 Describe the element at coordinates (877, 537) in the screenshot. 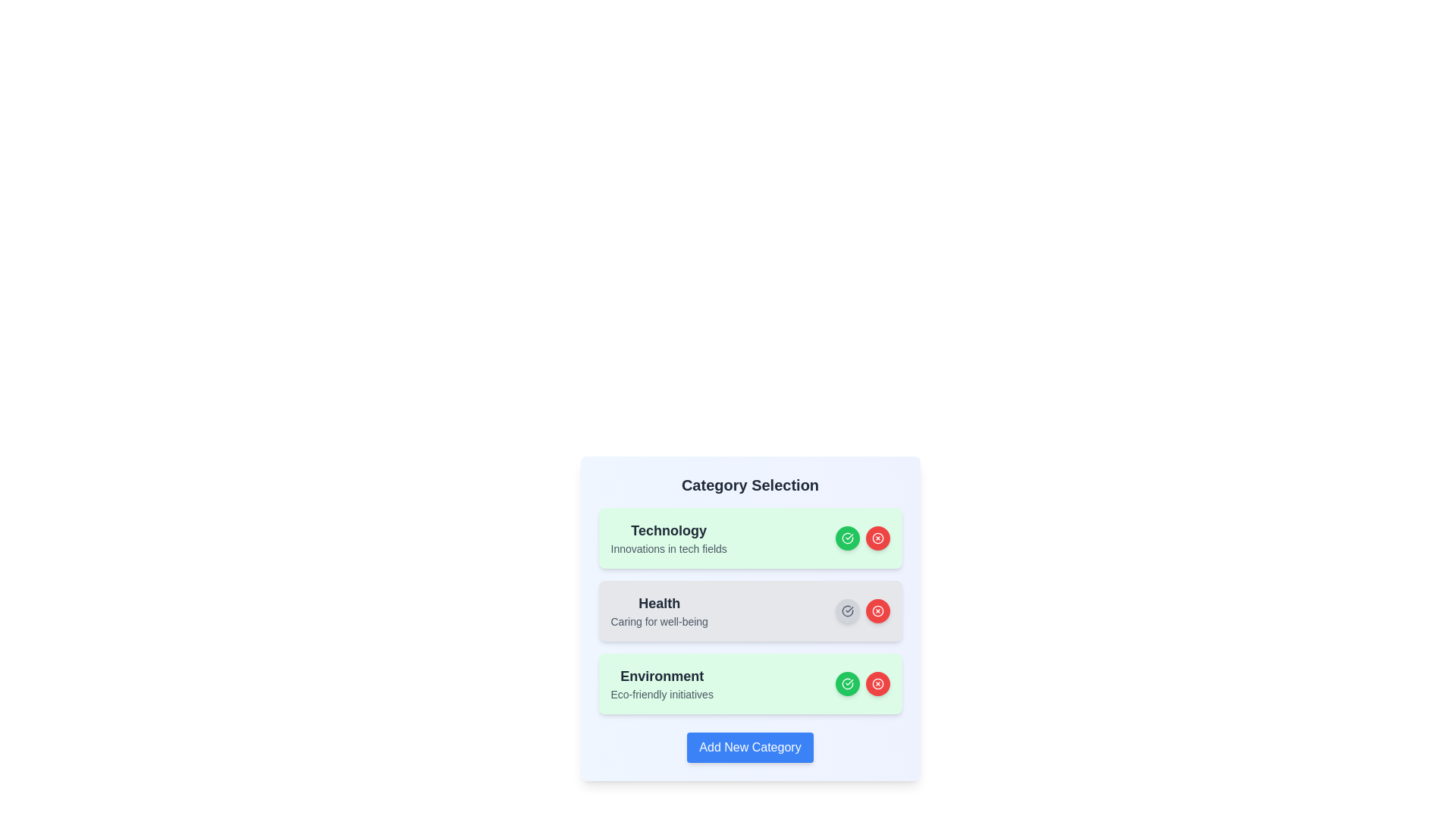

I see `remove button beside the category Technology to delete it` at that location.